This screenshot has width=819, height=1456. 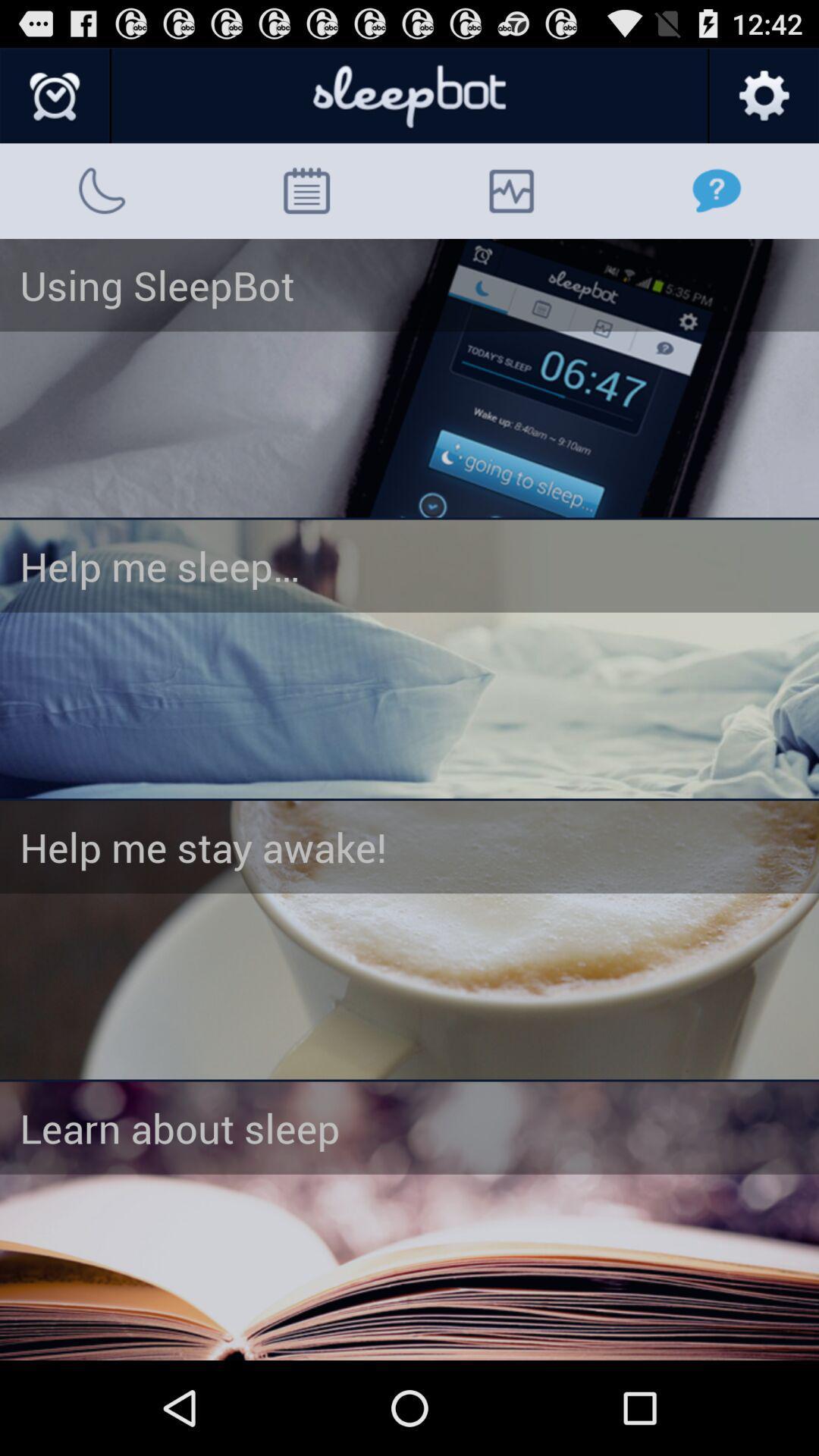 I want to click on click on section, so click(x=409, y=1221).